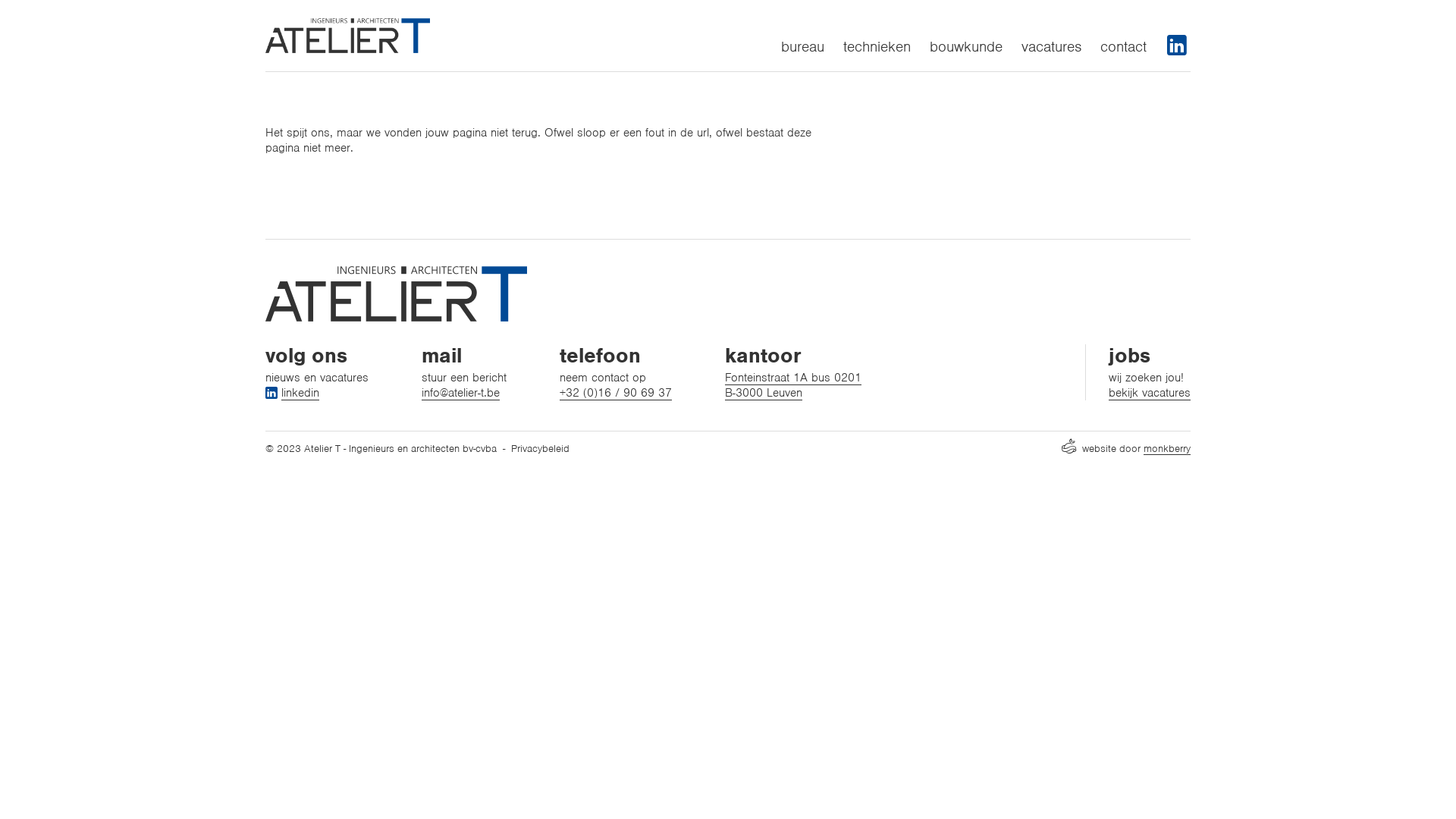 Image resolution: width=1456 pixels, height=819 pixels. What do you see at coordinates (347, 34) in the screenshot?
I see `'atelier t'` at bounding box center [347, 34].